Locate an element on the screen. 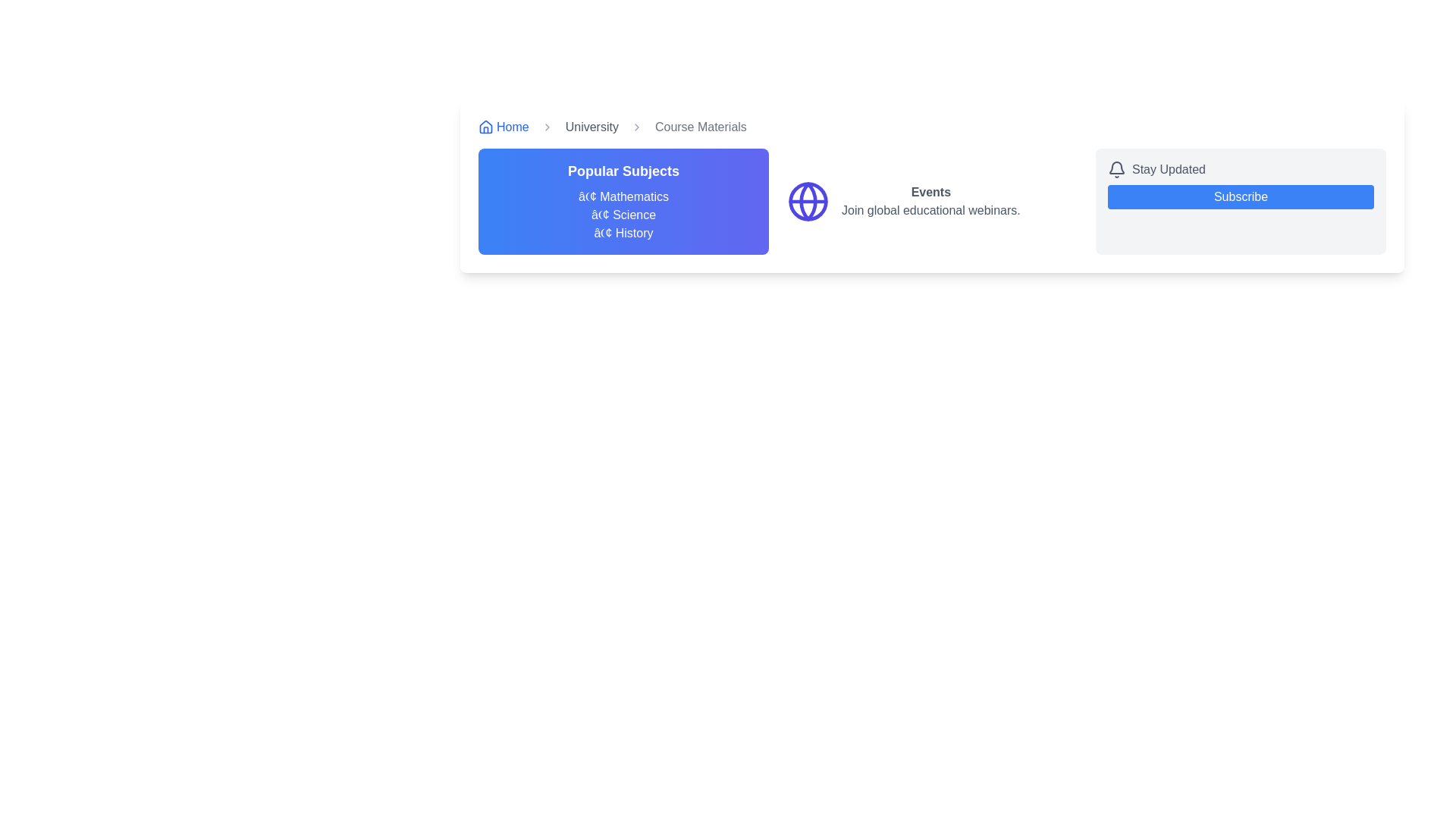  the text label displaying '• History' which is styled in white font against a gradient blue background, located directly below '• Science' in the vertical list of subjects under 'Popular Subjects' is located at coordinates (623, 234).